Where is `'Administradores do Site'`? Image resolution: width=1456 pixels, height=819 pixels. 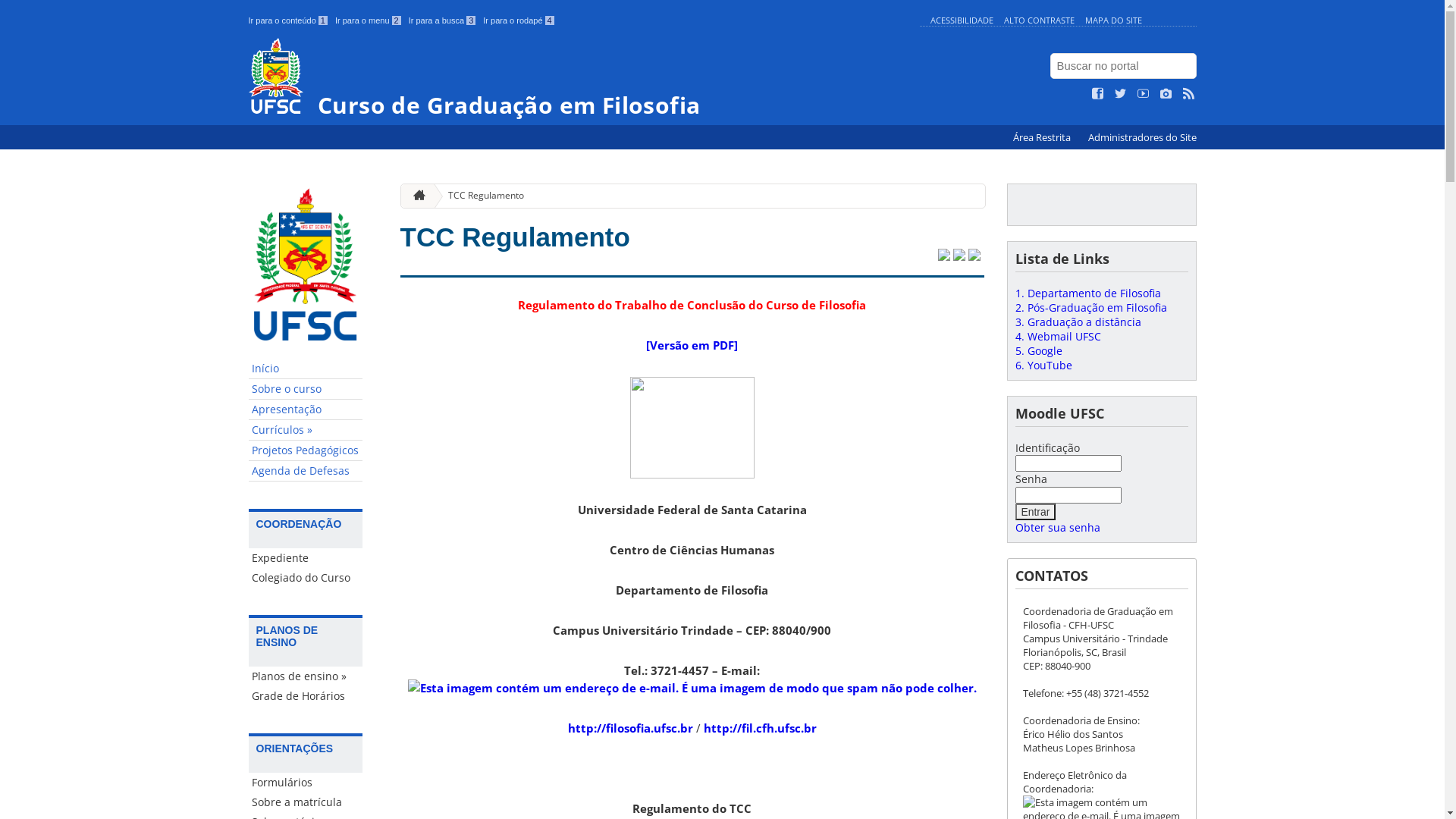
'Administradores do Site' is located at coordinates (1141, 137).